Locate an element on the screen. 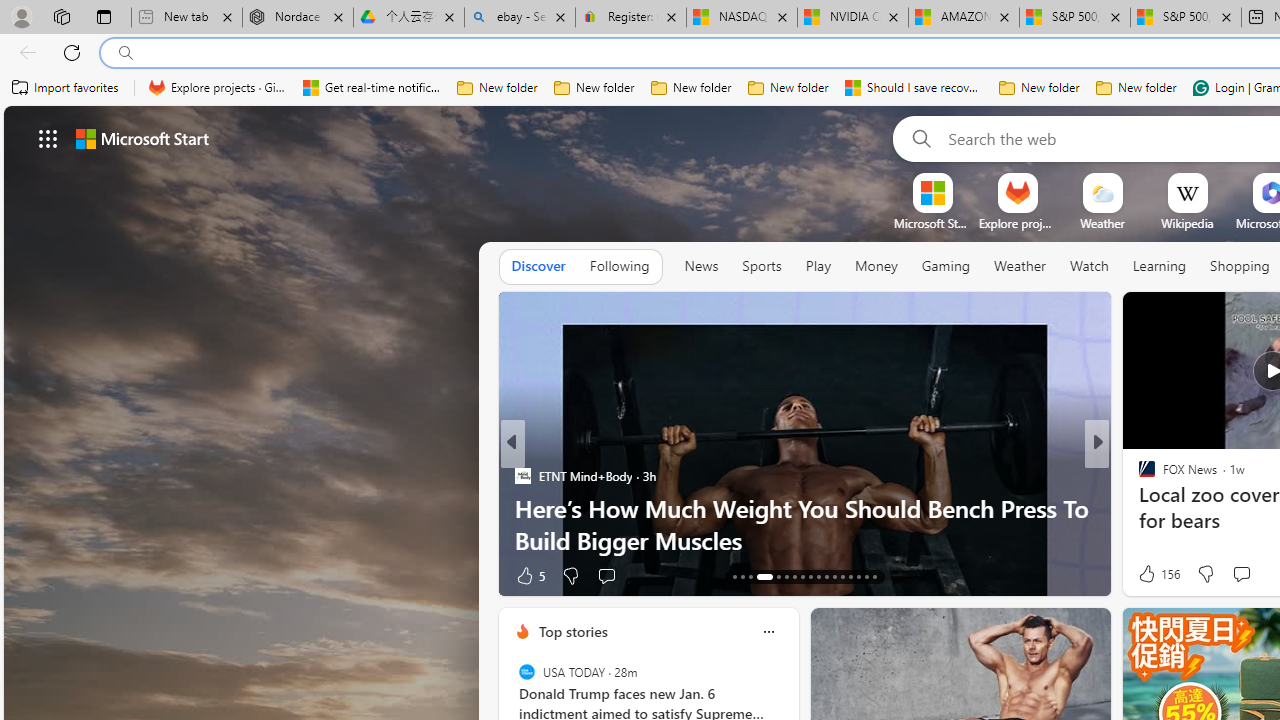  '88 Like' is located at coordinates (1149, 575).